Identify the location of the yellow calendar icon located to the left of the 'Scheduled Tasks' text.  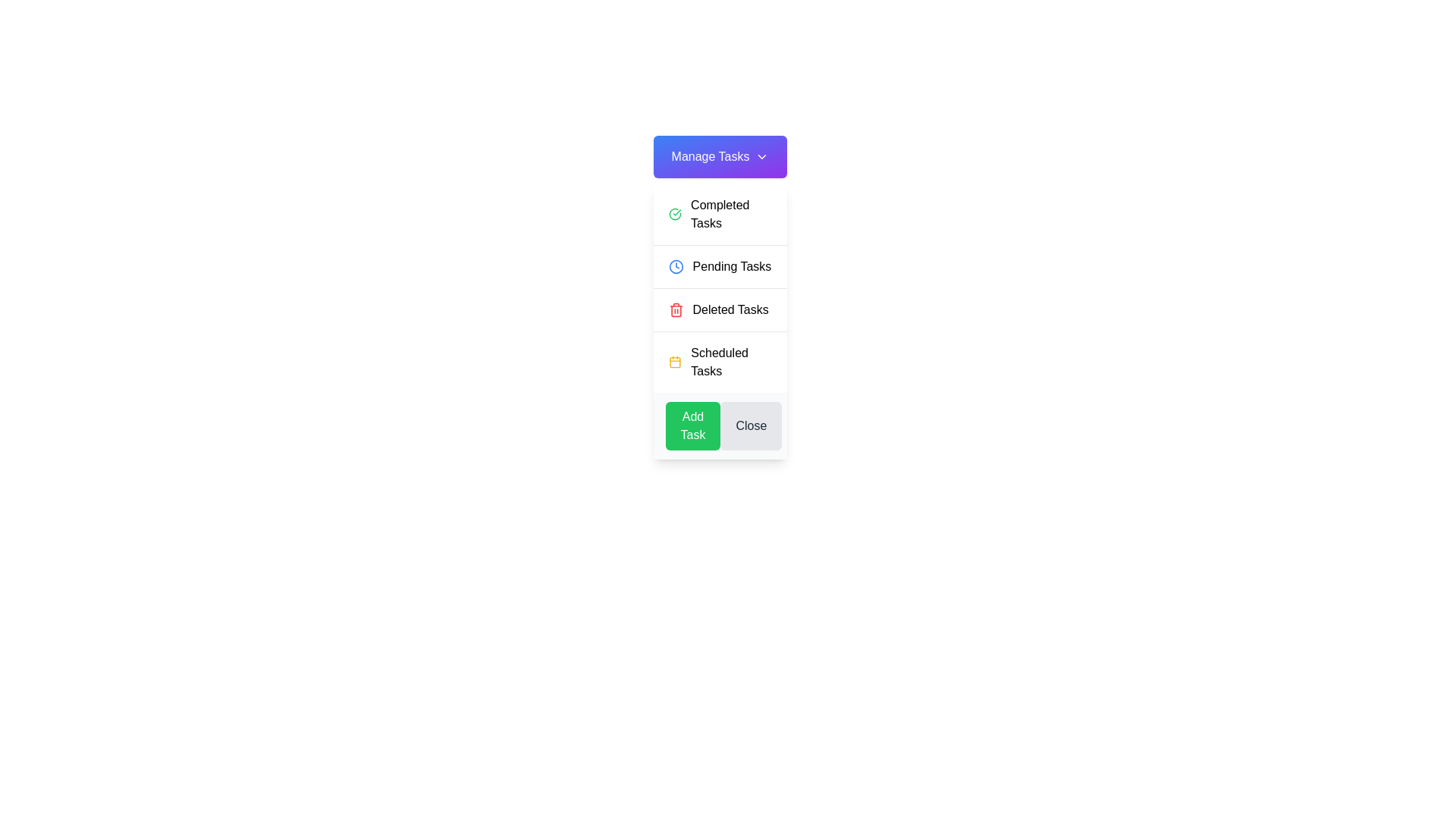
(674, 362).